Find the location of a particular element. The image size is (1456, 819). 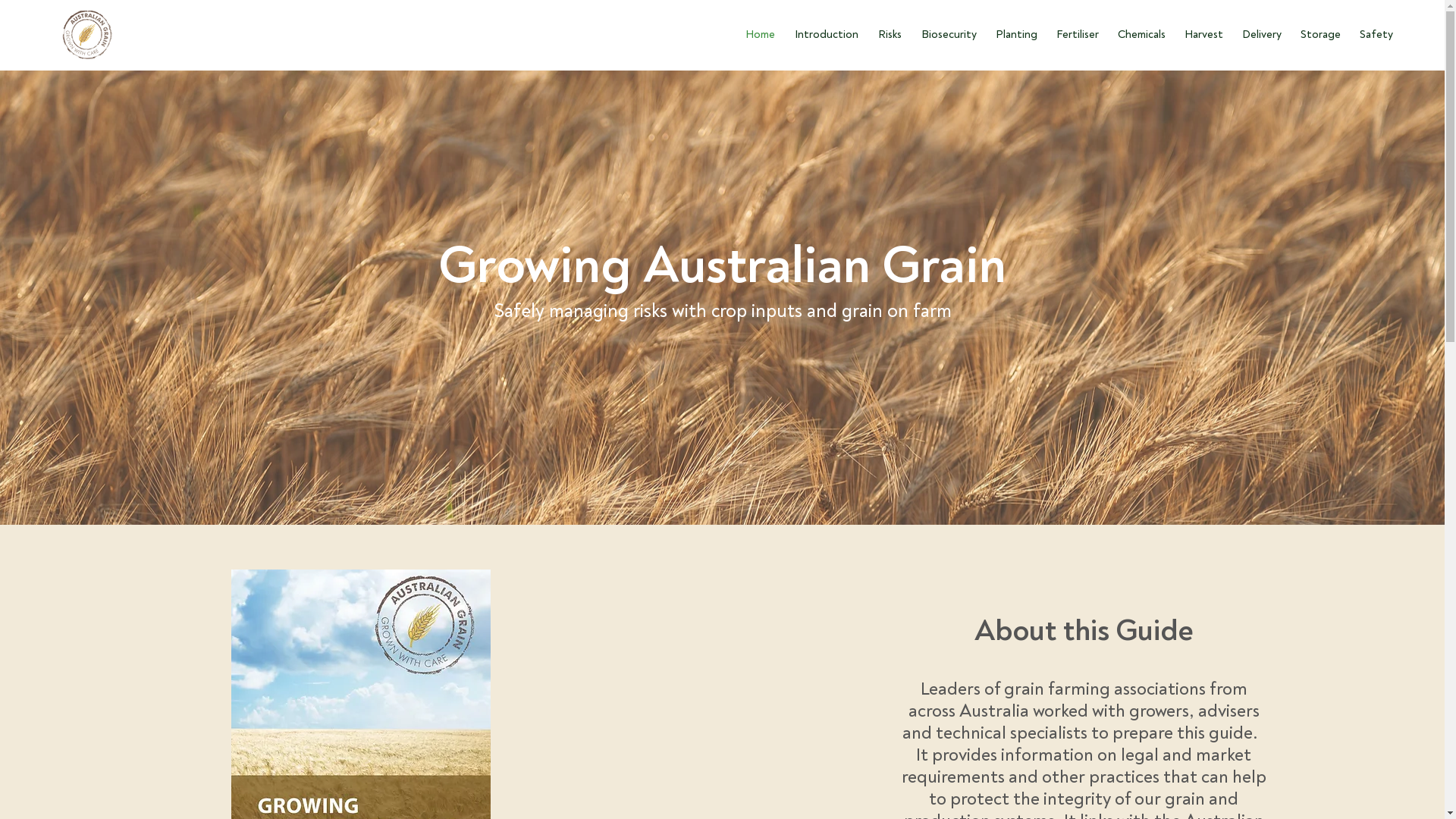

'Harvest' is located at coordinates (1200, 34).